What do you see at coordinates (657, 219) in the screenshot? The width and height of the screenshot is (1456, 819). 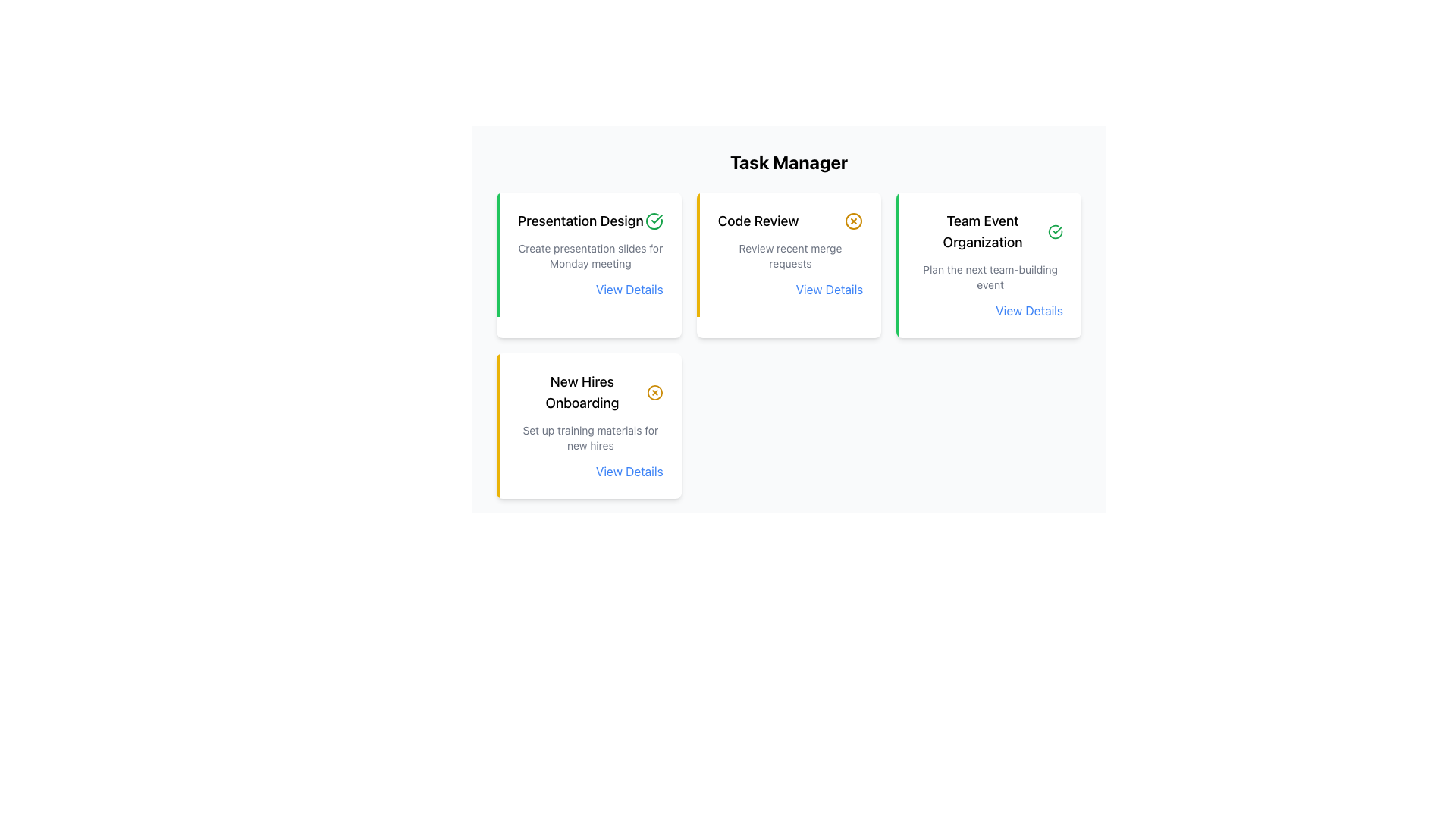 I see `the green checkmark icon located within the circular graphic at the top-right corner of the 'Presentation Design' card` at bounding box center [657, 219].